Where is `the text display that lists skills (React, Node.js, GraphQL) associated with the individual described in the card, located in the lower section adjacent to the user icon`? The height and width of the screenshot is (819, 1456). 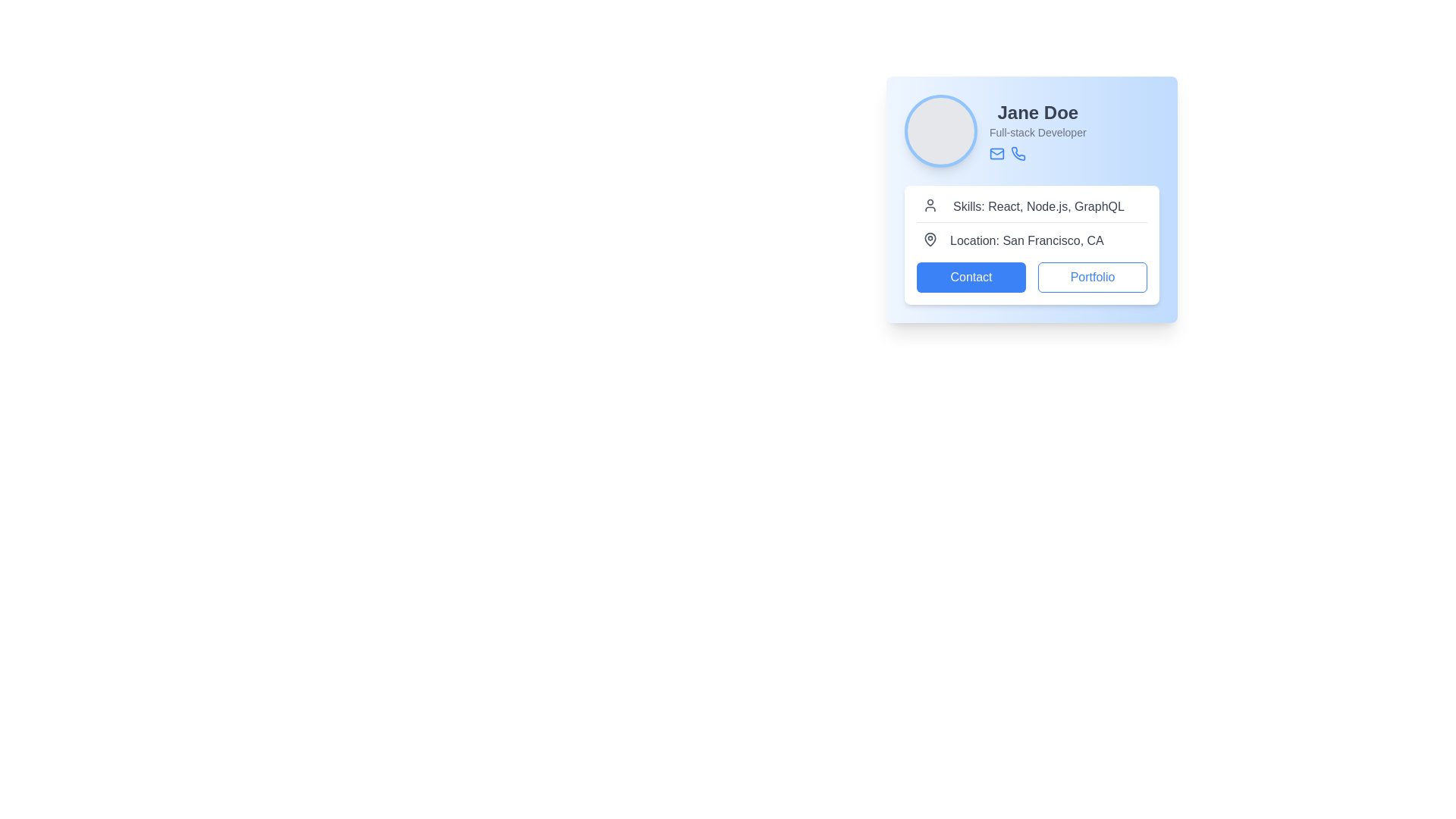
the text display that lists skills (React, Node.js, GraphQL) associated with the individual described in the card, located in the lower section adjacent to the user icon is located at coordinates (1037, 207).